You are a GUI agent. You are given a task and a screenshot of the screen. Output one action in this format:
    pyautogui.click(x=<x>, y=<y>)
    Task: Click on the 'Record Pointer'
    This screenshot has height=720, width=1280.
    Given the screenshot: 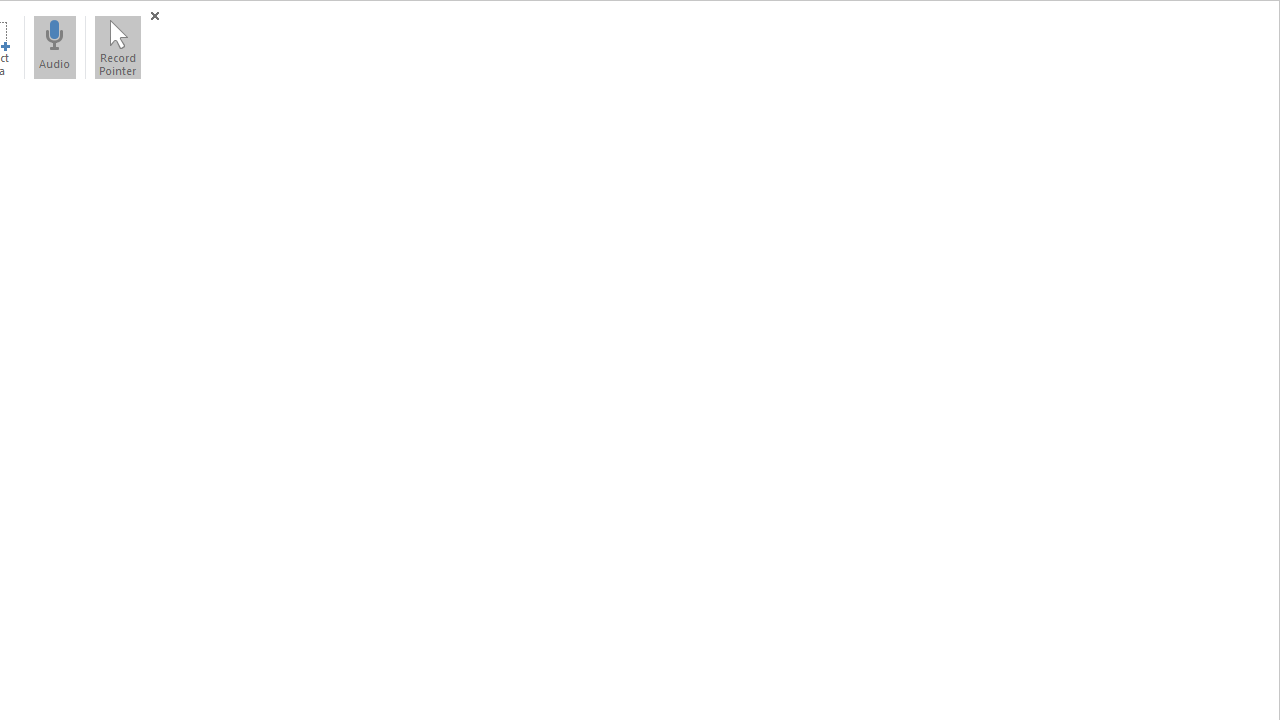 What is the action you would take?
    pyautogui.click(x=116, y=46)
    